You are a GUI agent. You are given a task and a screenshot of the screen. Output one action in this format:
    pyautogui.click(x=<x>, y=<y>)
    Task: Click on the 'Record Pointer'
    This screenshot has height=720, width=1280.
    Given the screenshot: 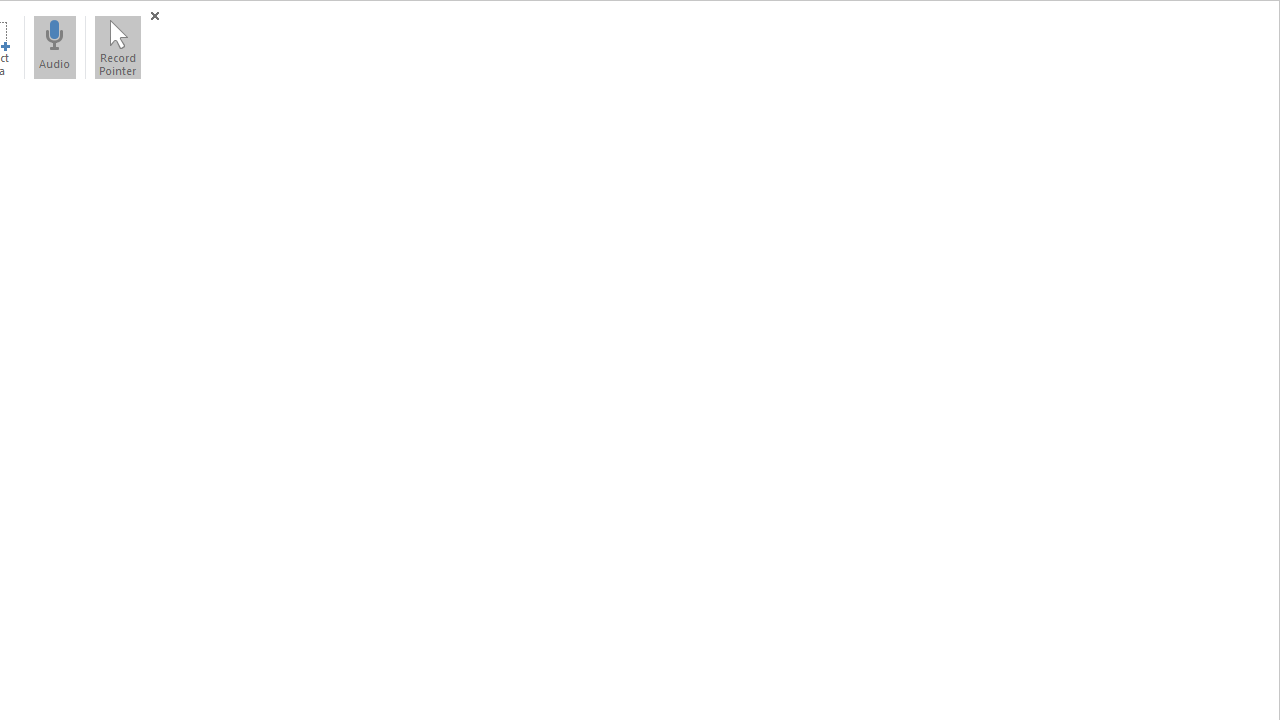 What is the action you would take?
    pyautogui.click(x=116, y=46)
    